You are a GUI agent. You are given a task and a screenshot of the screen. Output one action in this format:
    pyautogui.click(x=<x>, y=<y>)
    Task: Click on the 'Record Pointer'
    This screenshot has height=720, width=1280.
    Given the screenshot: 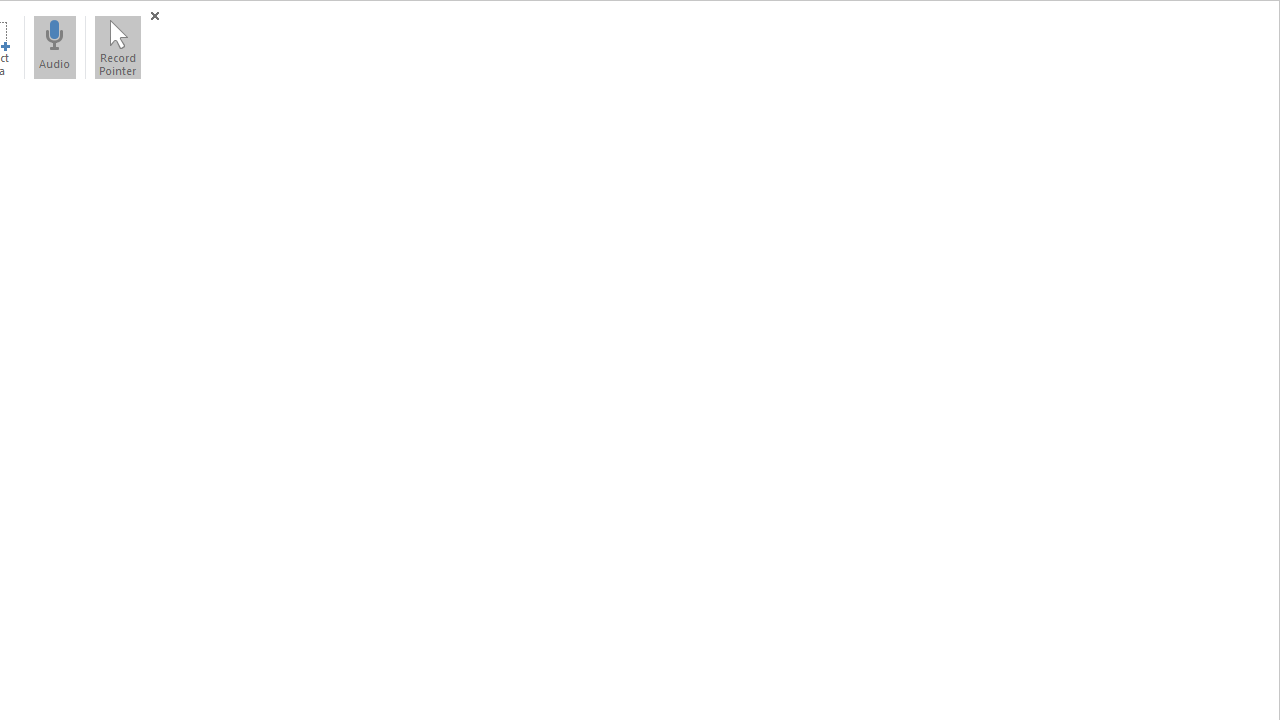 What is the action you would take?
    pyautogui.click(x=116, y=46)
    